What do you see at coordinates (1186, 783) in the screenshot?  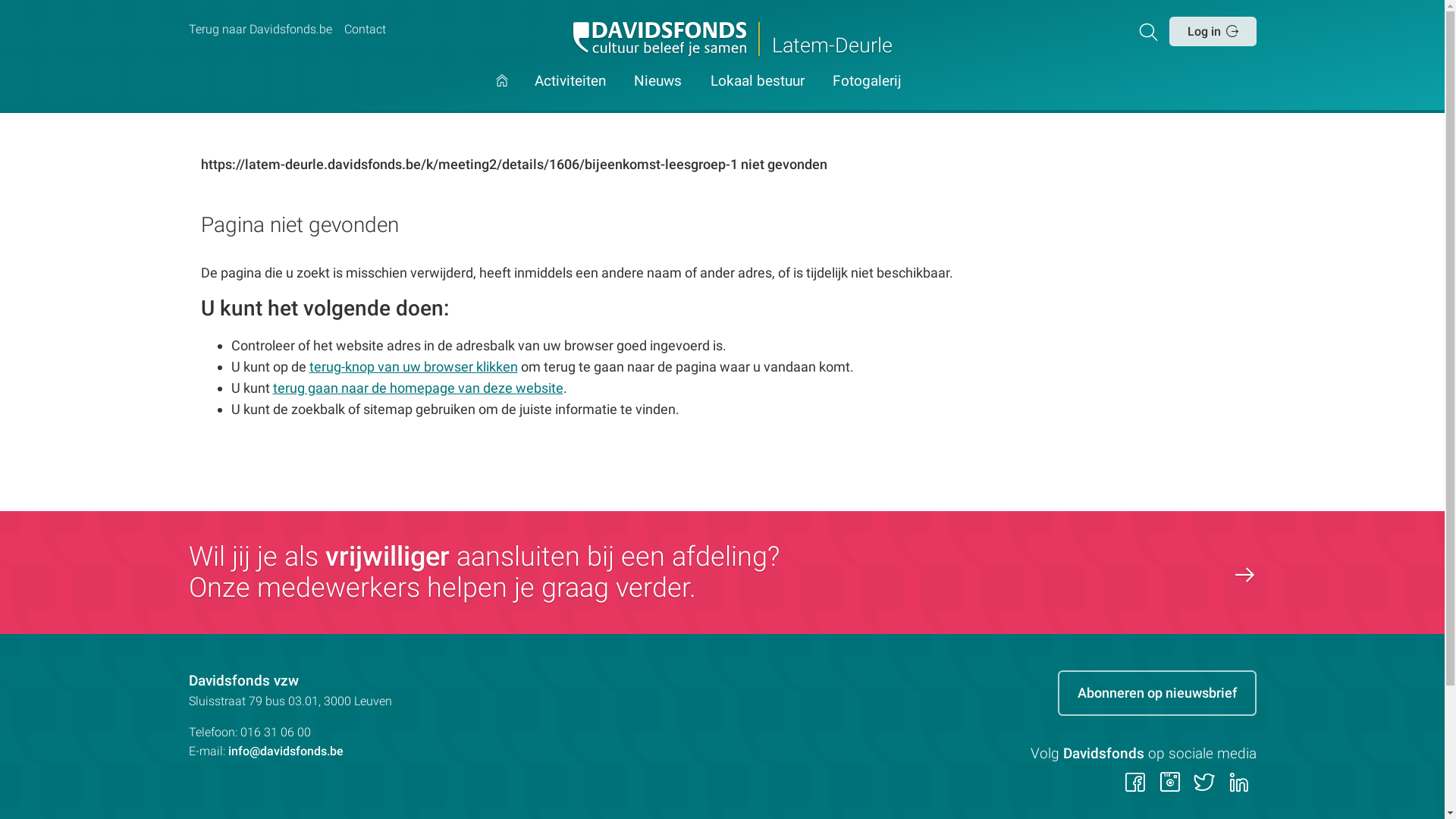 I see `'Volg ons op Twitter'` at bounding box center [1186, 783].